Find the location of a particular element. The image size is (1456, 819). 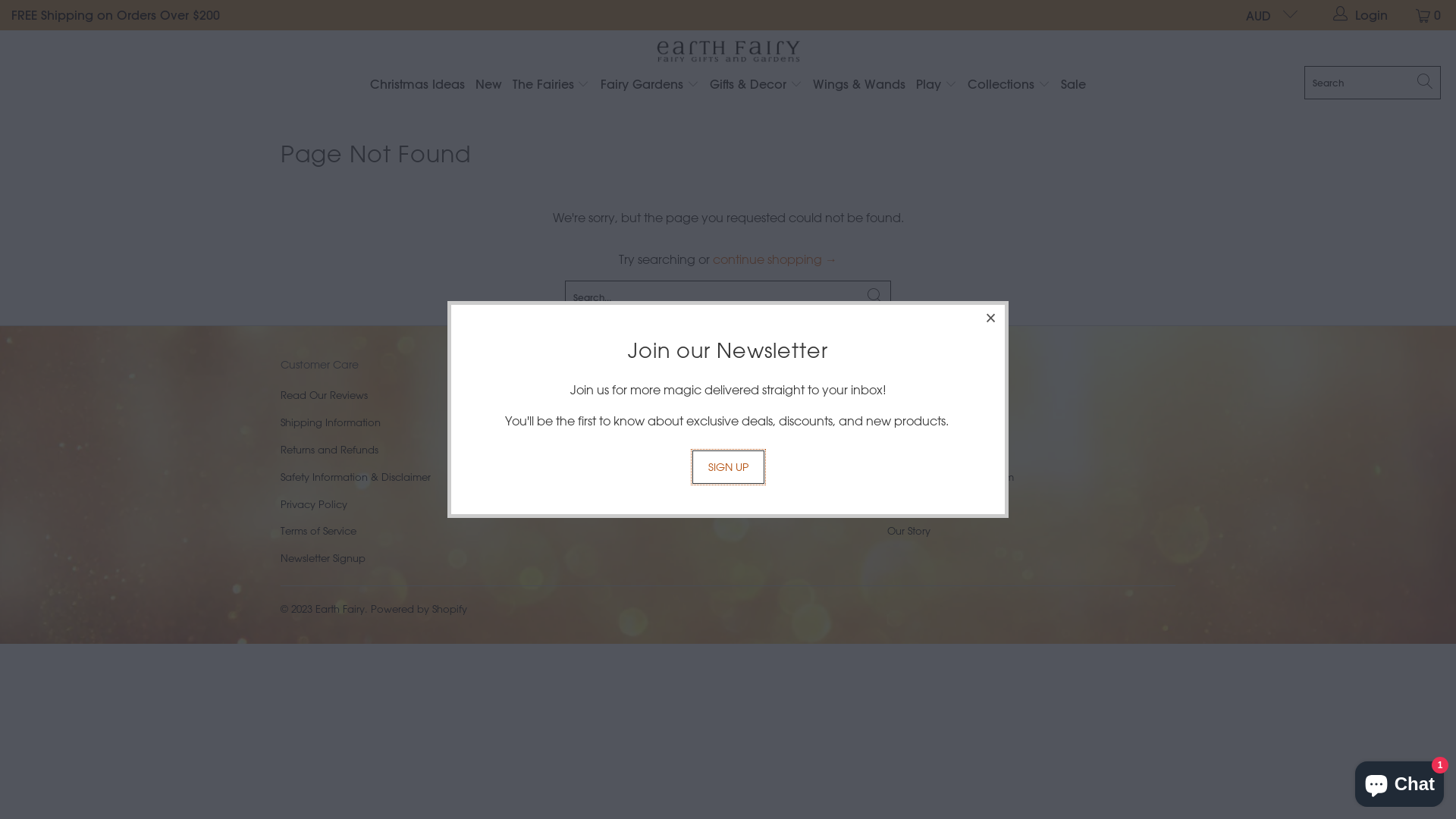

'Newsletter Signup' is located at coordinates (322, 557).